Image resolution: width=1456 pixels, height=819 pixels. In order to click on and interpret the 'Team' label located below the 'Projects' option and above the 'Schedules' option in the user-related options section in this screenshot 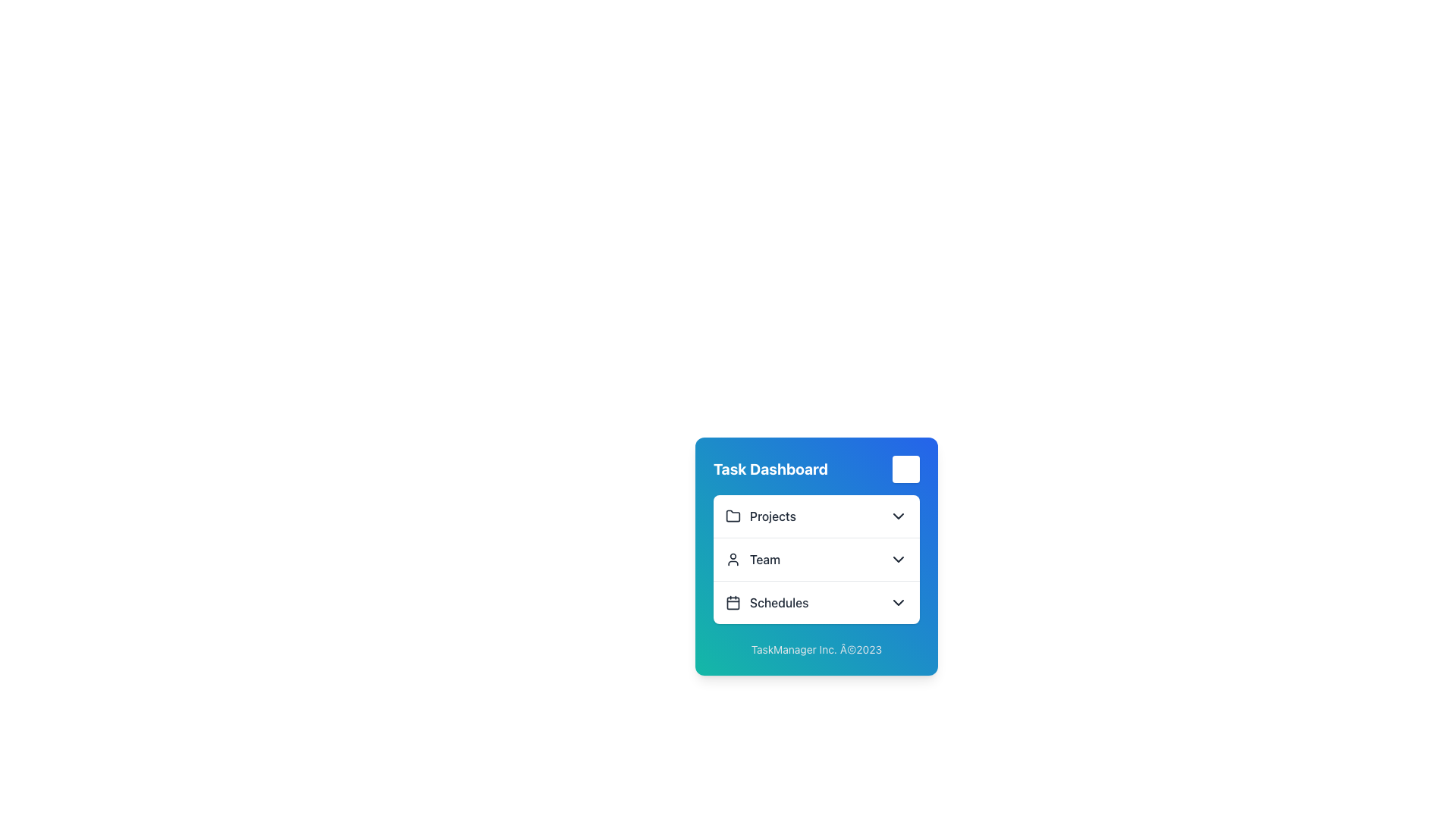, I will do `click(764, 559)`.